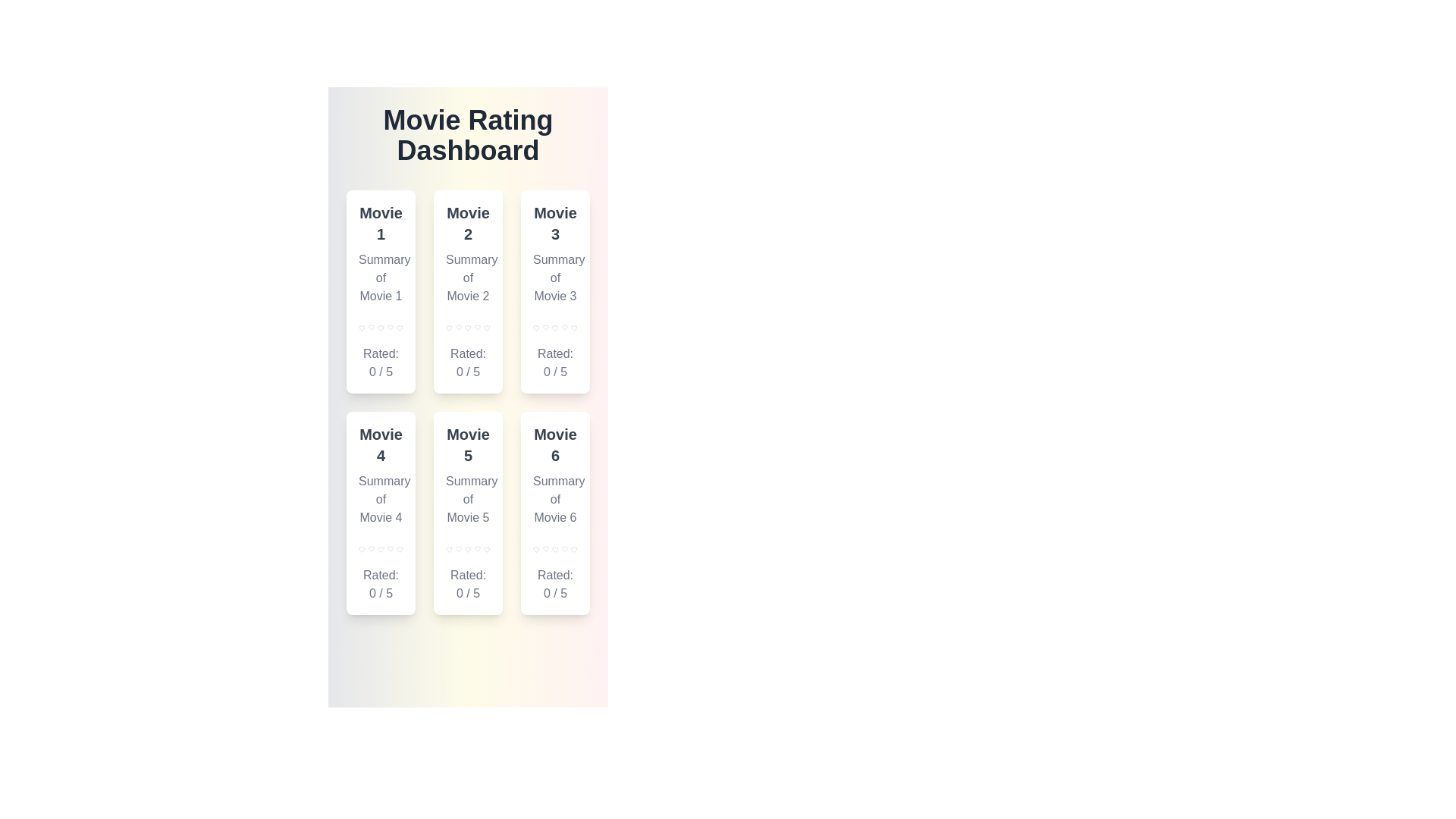 The width and height of the screenshot is (1456, 819). What do you see at coordinates (554, 513) in the screenshot?
I see `the movie card for Movie 6` at bounding box center [554, 513].